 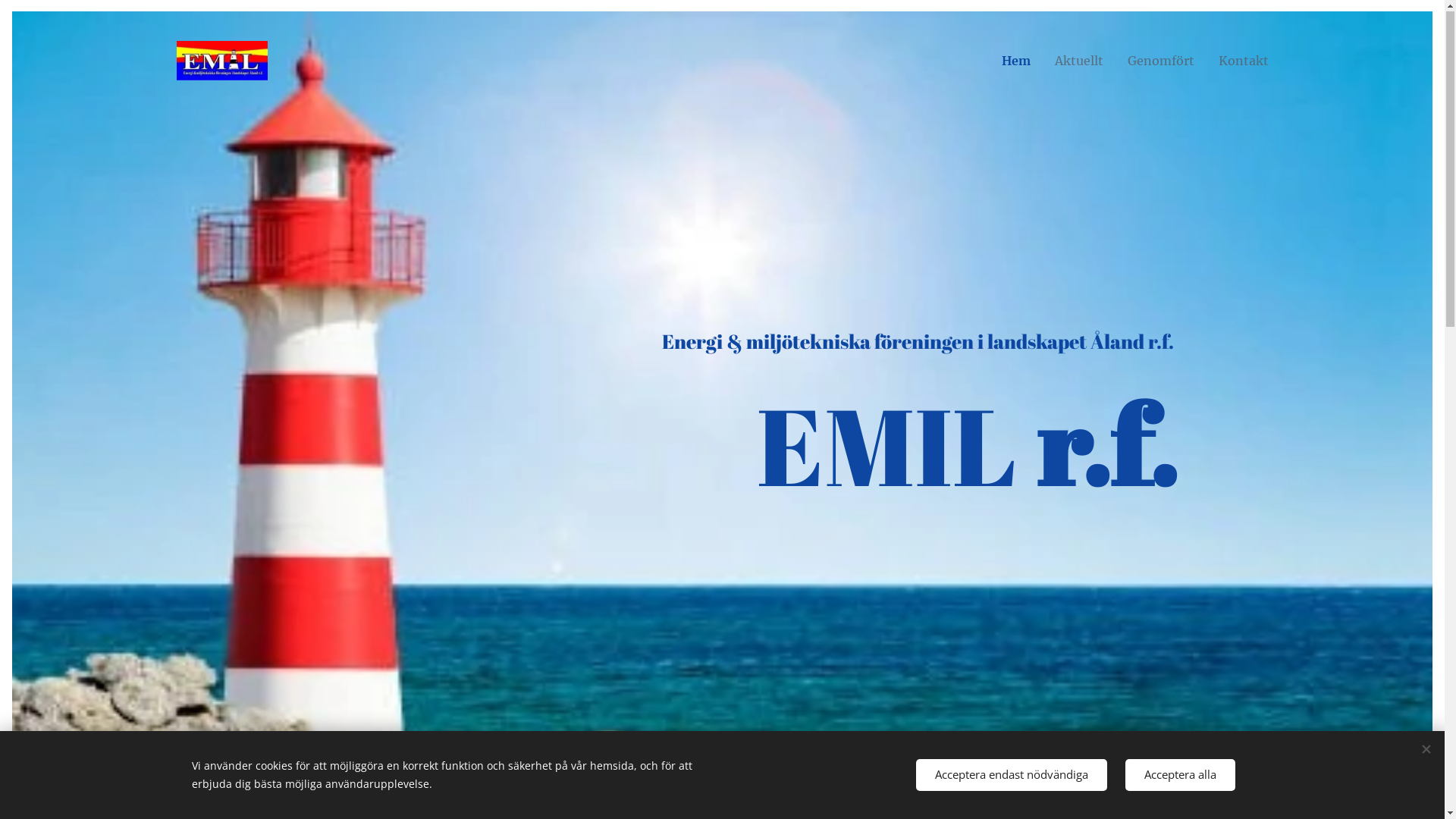 What do you see at coordinates (1020, 61) in the screenshot?
I see `'Hem'` at bounding box center [1020, 61].